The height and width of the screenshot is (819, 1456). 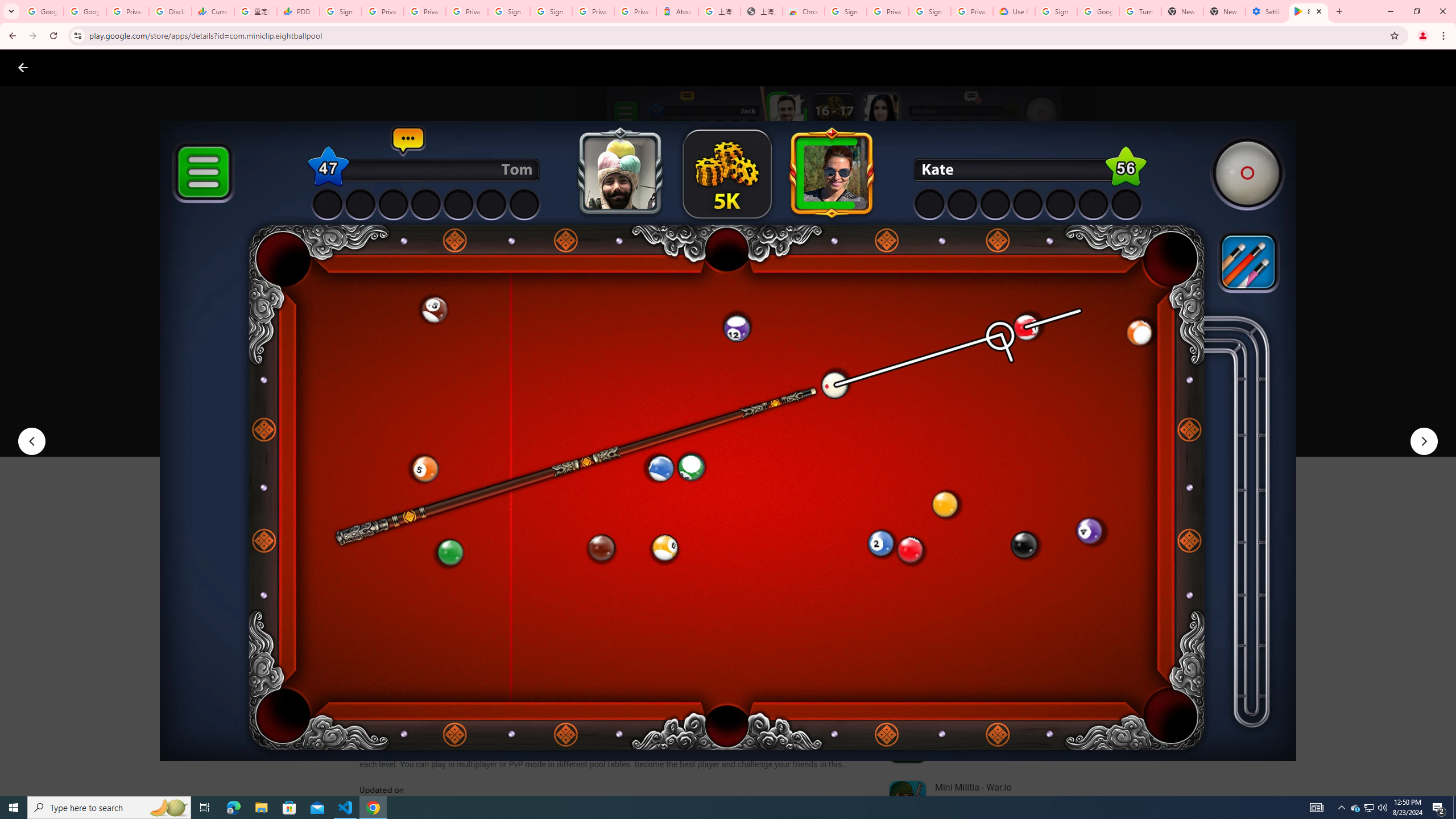 What do you see at coordinates (677, 11) in the screenshot?
I see `'Atour Hotel - Google hotels'` at bounding box center [677, 11].